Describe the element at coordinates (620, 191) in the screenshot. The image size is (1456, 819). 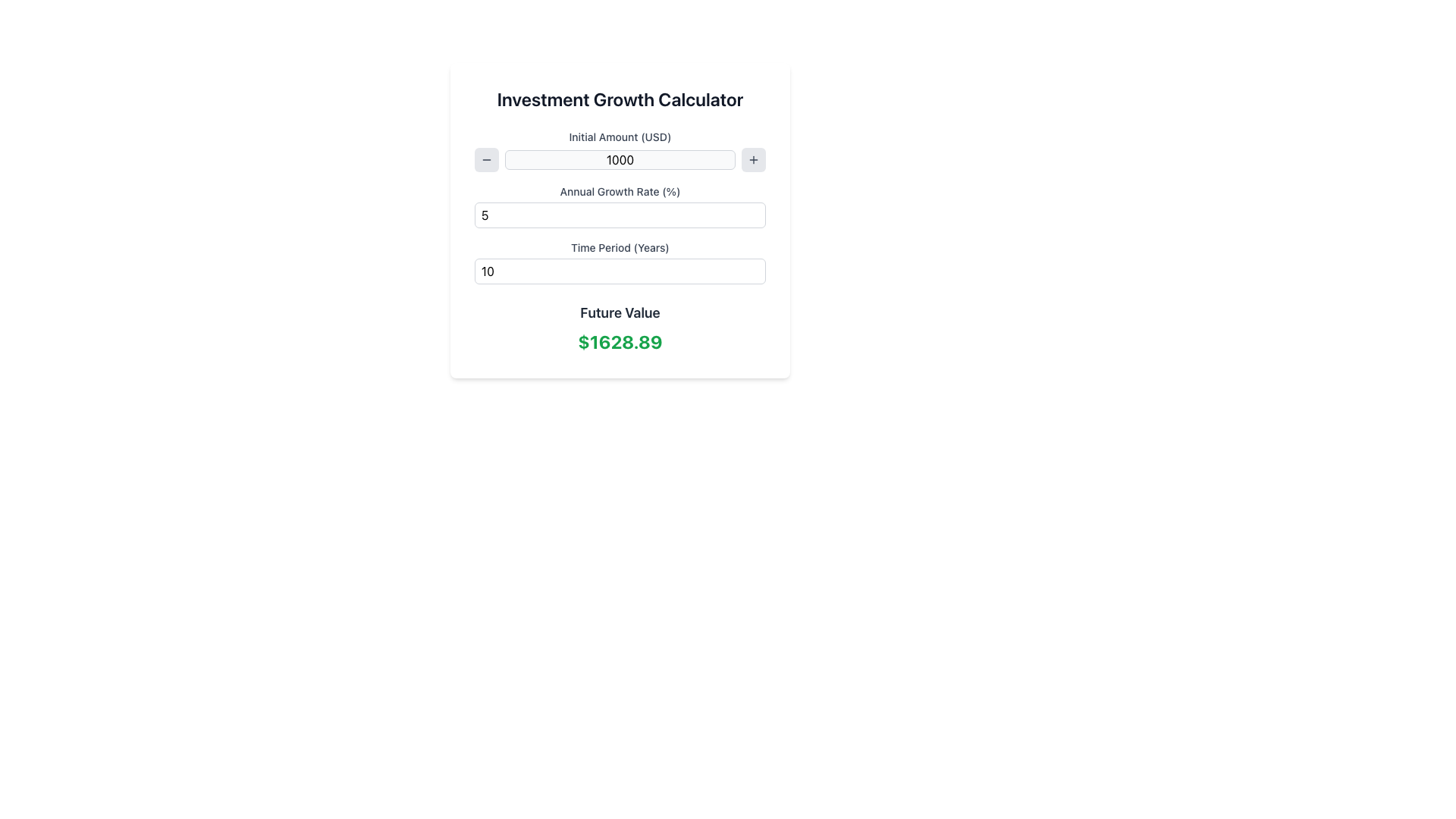
I see `the label for the annual growth rate percentage in the Investment Growth Calculator form, which is positioned above the second input field` at that location.